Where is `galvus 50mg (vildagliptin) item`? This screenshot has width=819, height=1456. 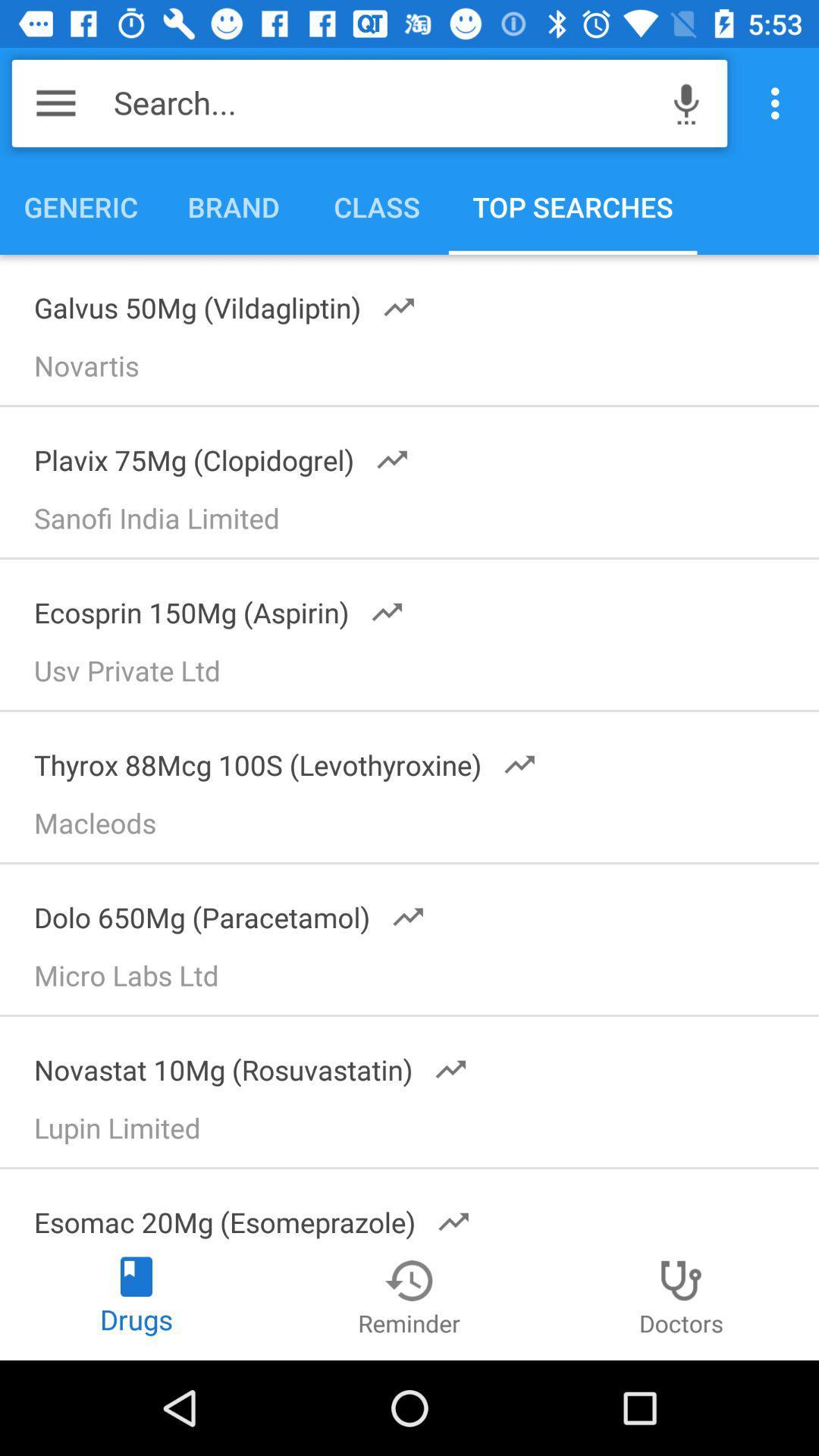
galvus 50mg (vildagliptin) item is located at coordinates (215, 303).